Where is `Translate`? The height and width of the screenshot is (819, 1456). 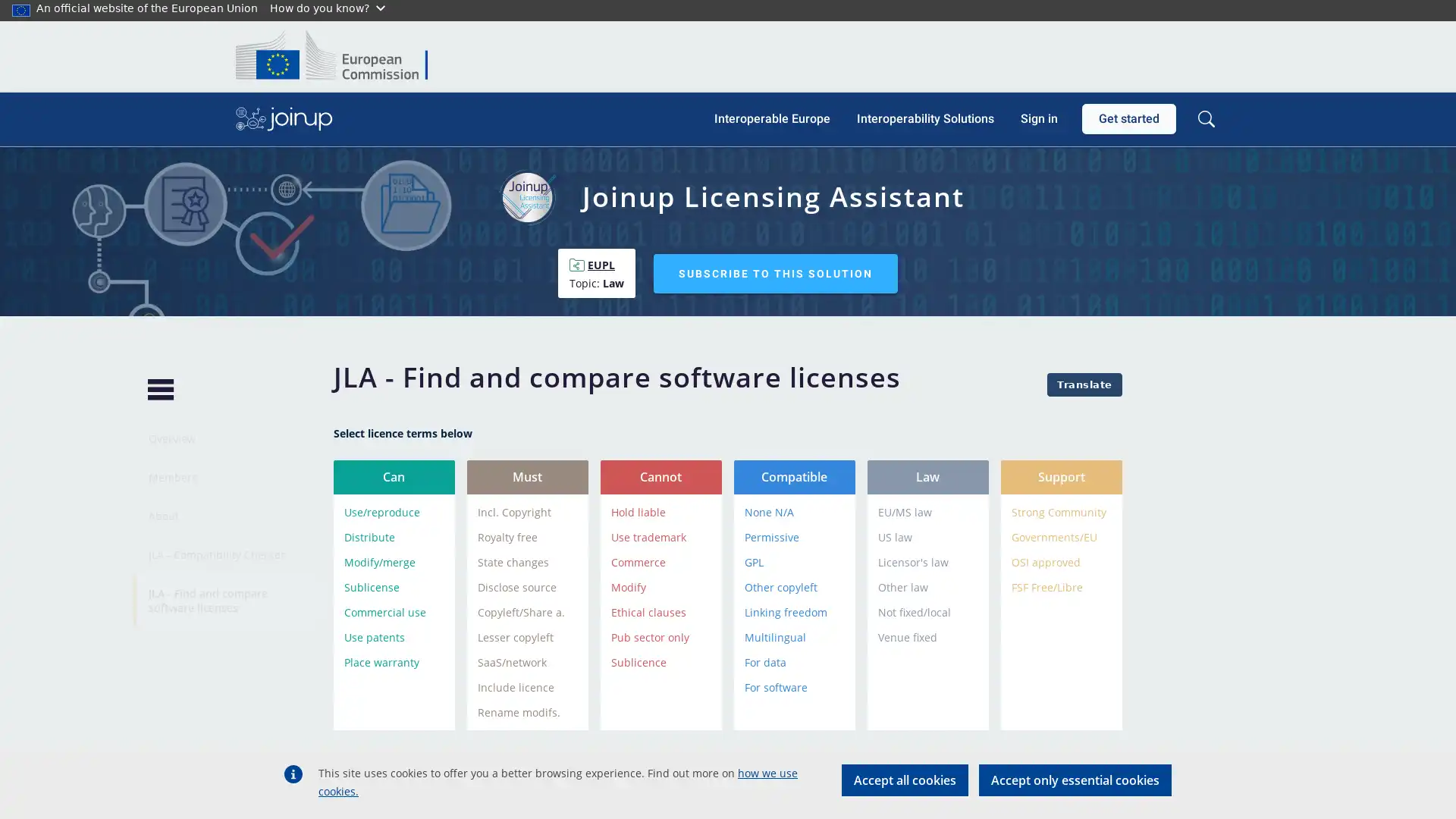 Translate is located at coordinates (1084, 383).